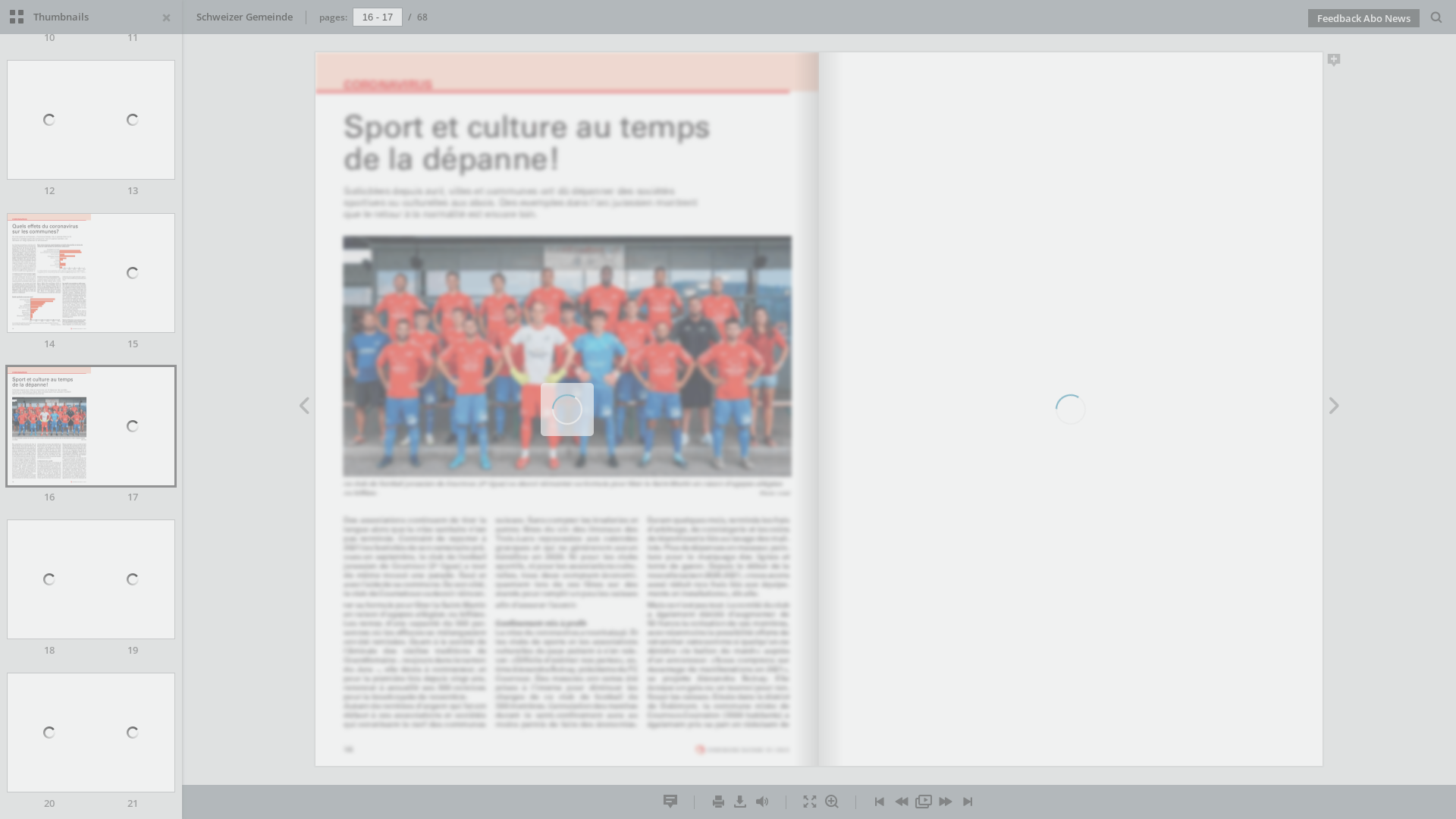 This screenshot has width=1456, height=819. I want to click on 'Feedback Abo News', so click(1363, 17).